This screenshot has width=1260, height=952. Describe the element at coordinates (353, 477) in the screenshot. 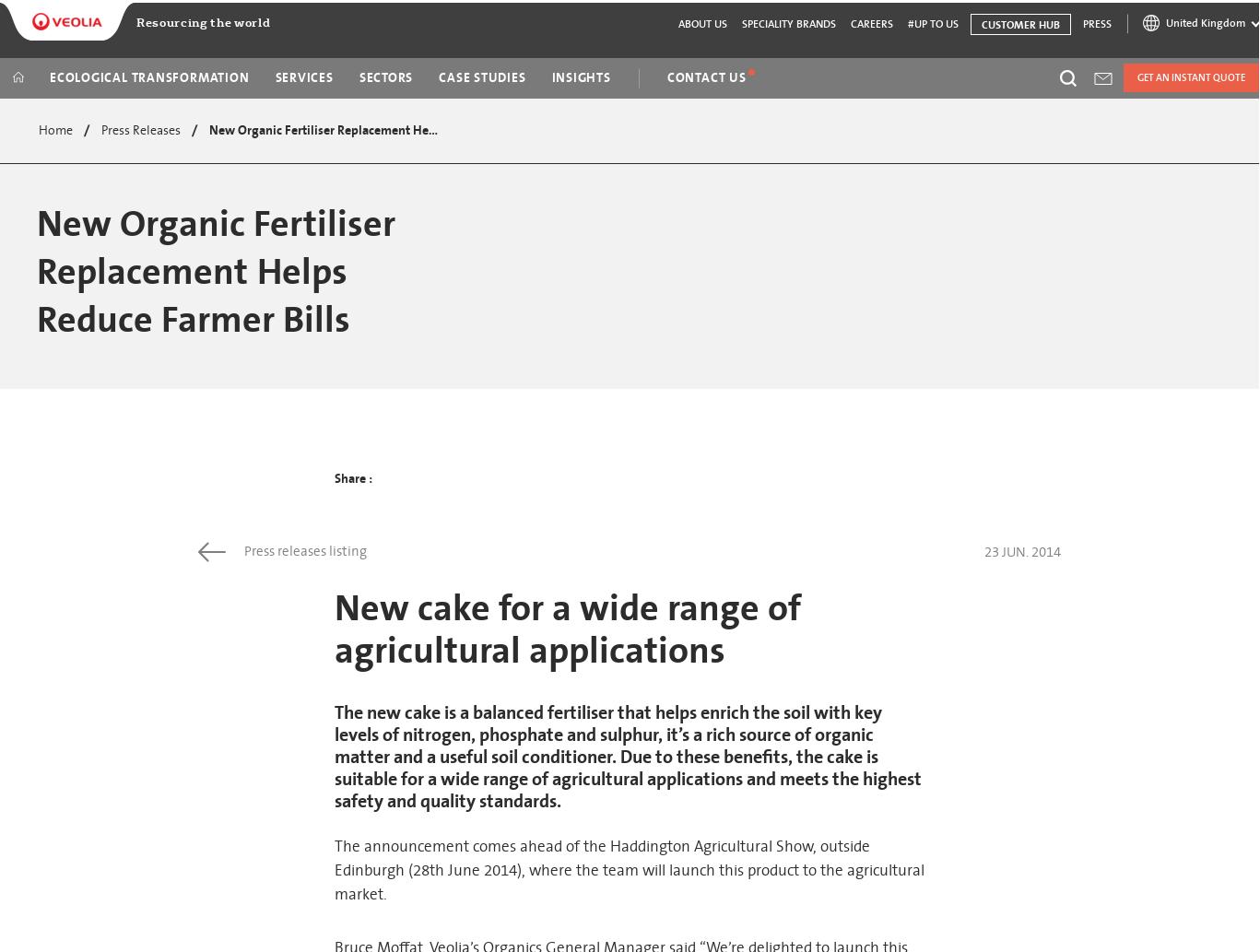

I see `'Share :'` at that location.